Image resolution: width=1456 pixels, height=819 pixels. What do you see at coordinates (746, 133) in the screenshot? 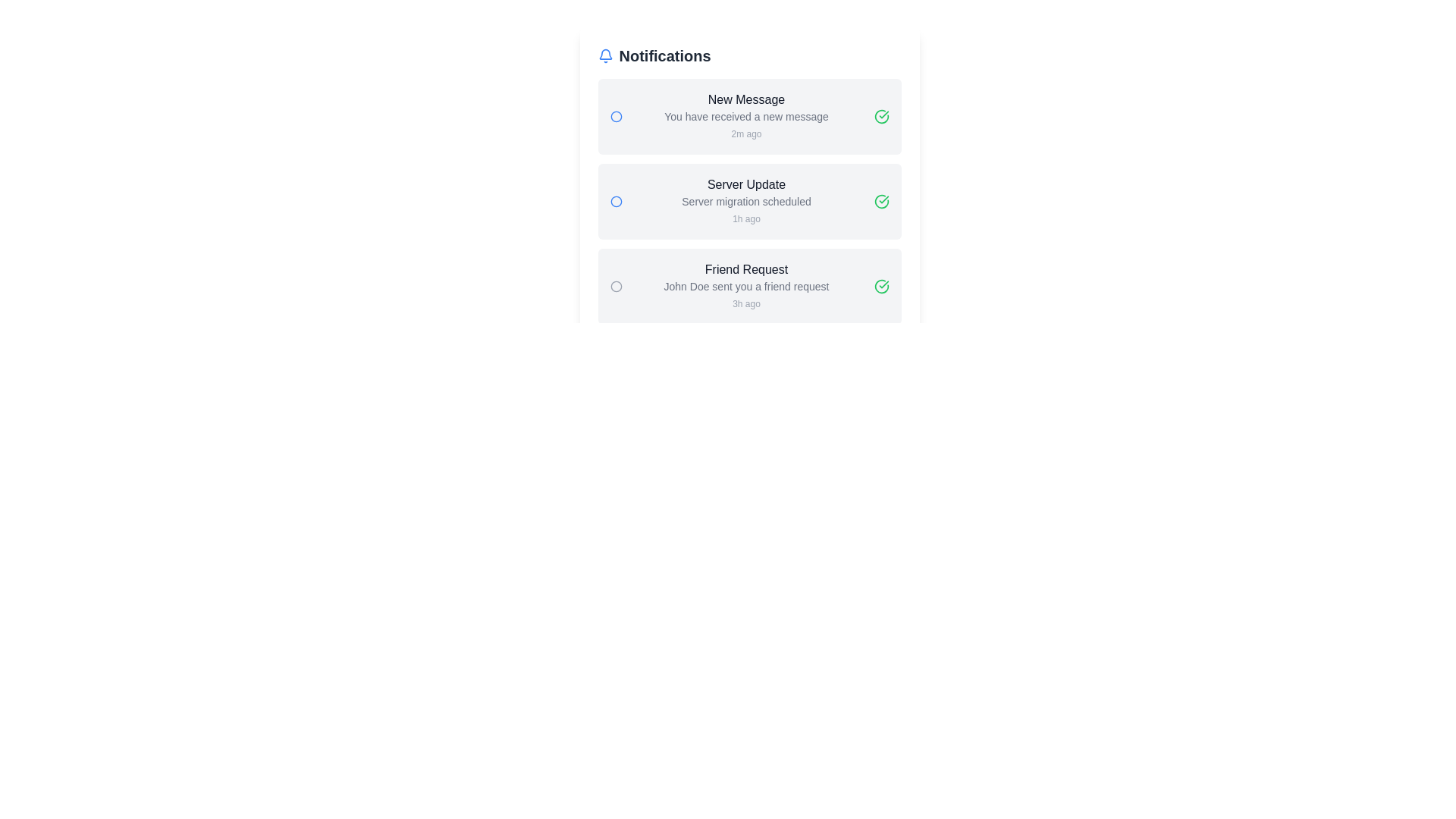
I see `the text label displaying '2m ago' located in the 'New Message' notification card, positioned at the bottom right below the description text` at bounding box center [746, 133].